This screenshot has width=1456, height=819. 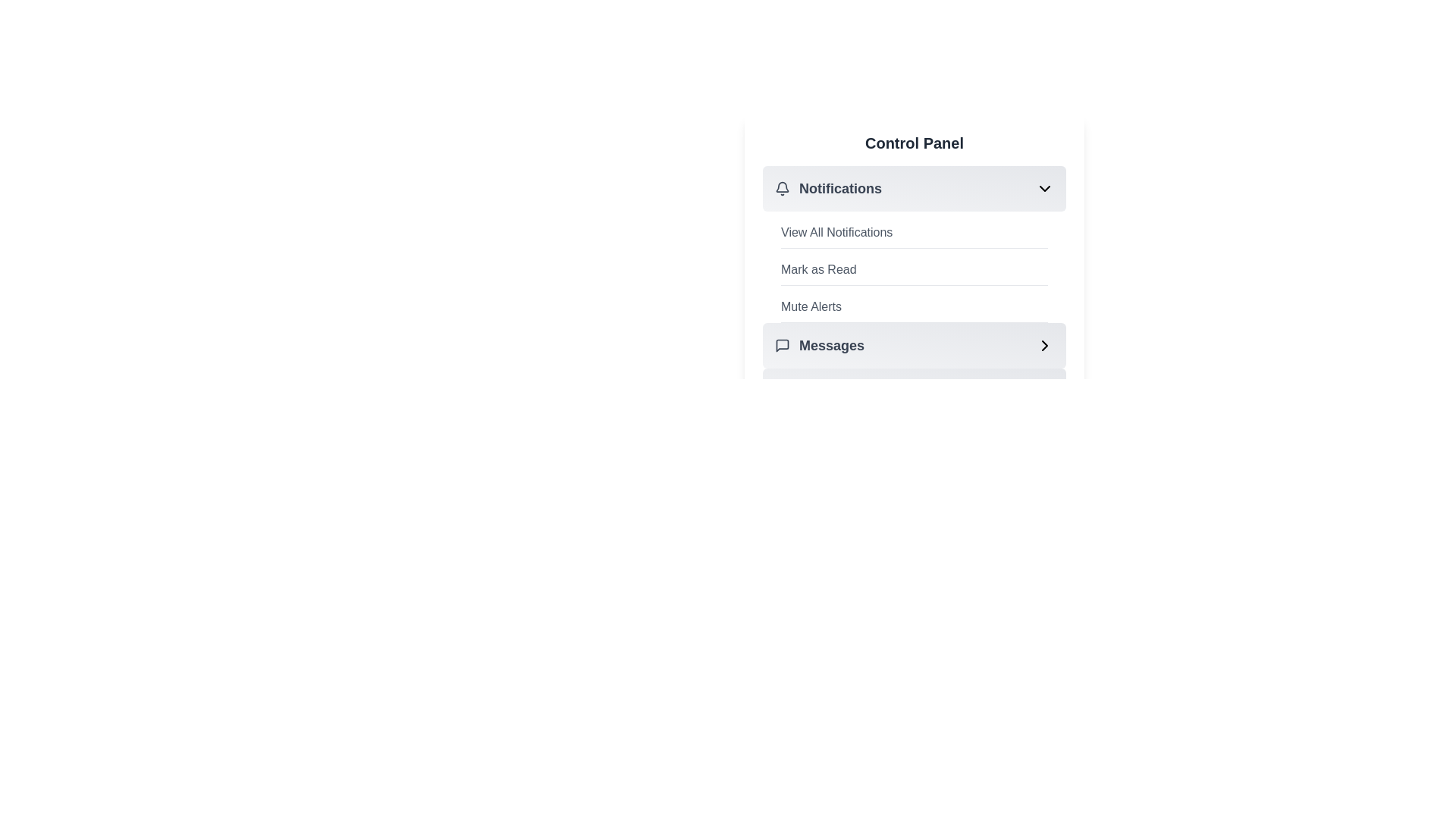 I want to click on the speech bubble icon in the 'Messages' section of the control panel UI, which signifies a message or comment functionality, so click(x=783, y=345).